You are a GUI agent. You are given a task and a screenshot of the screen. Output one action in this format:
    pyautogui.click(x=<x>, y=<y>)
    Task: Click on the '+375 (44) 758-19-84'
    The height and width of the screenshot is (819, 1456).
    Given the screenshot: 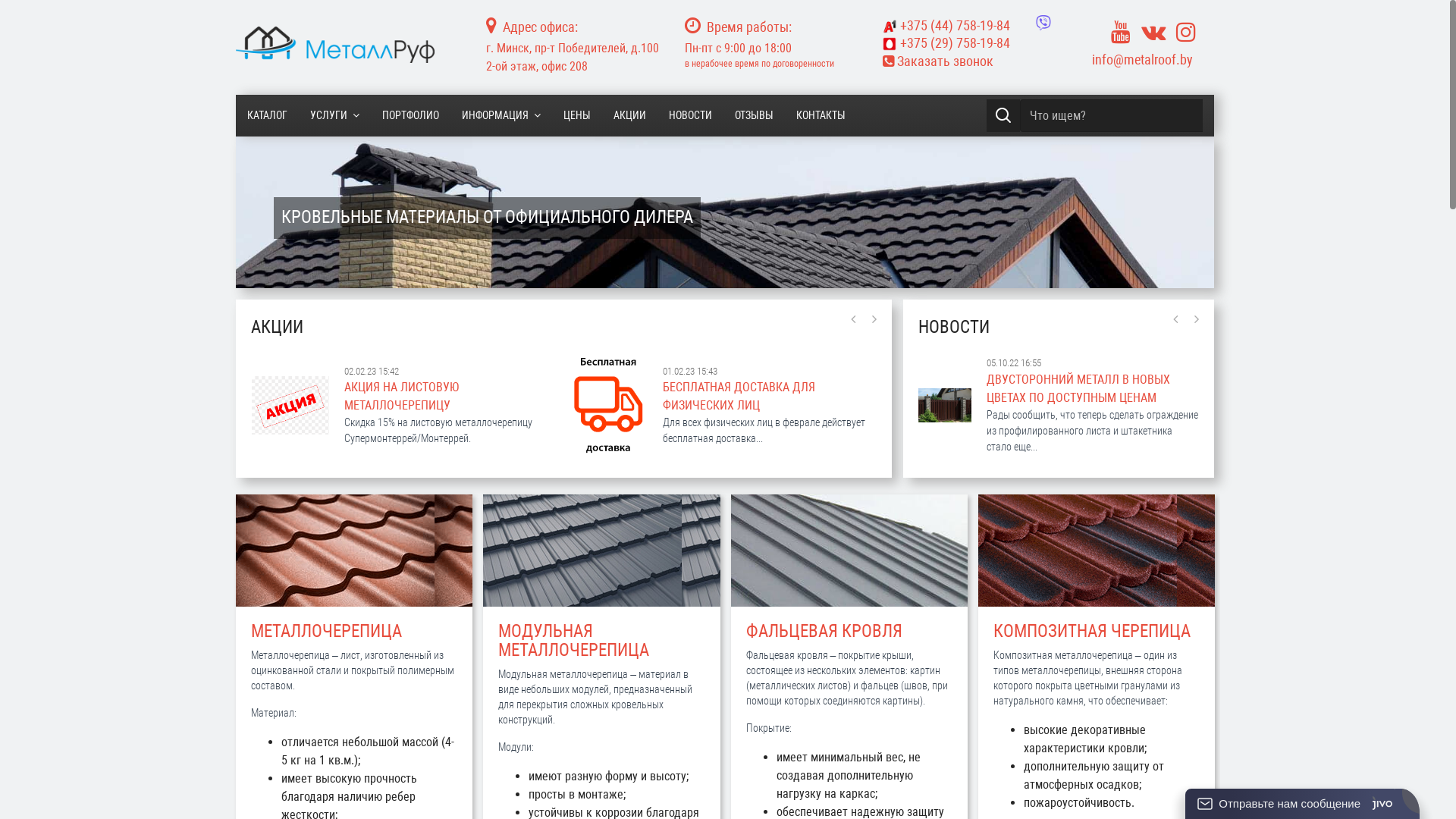 What is the action you would take?
    pyautogui.click(x=946, y=25)
    